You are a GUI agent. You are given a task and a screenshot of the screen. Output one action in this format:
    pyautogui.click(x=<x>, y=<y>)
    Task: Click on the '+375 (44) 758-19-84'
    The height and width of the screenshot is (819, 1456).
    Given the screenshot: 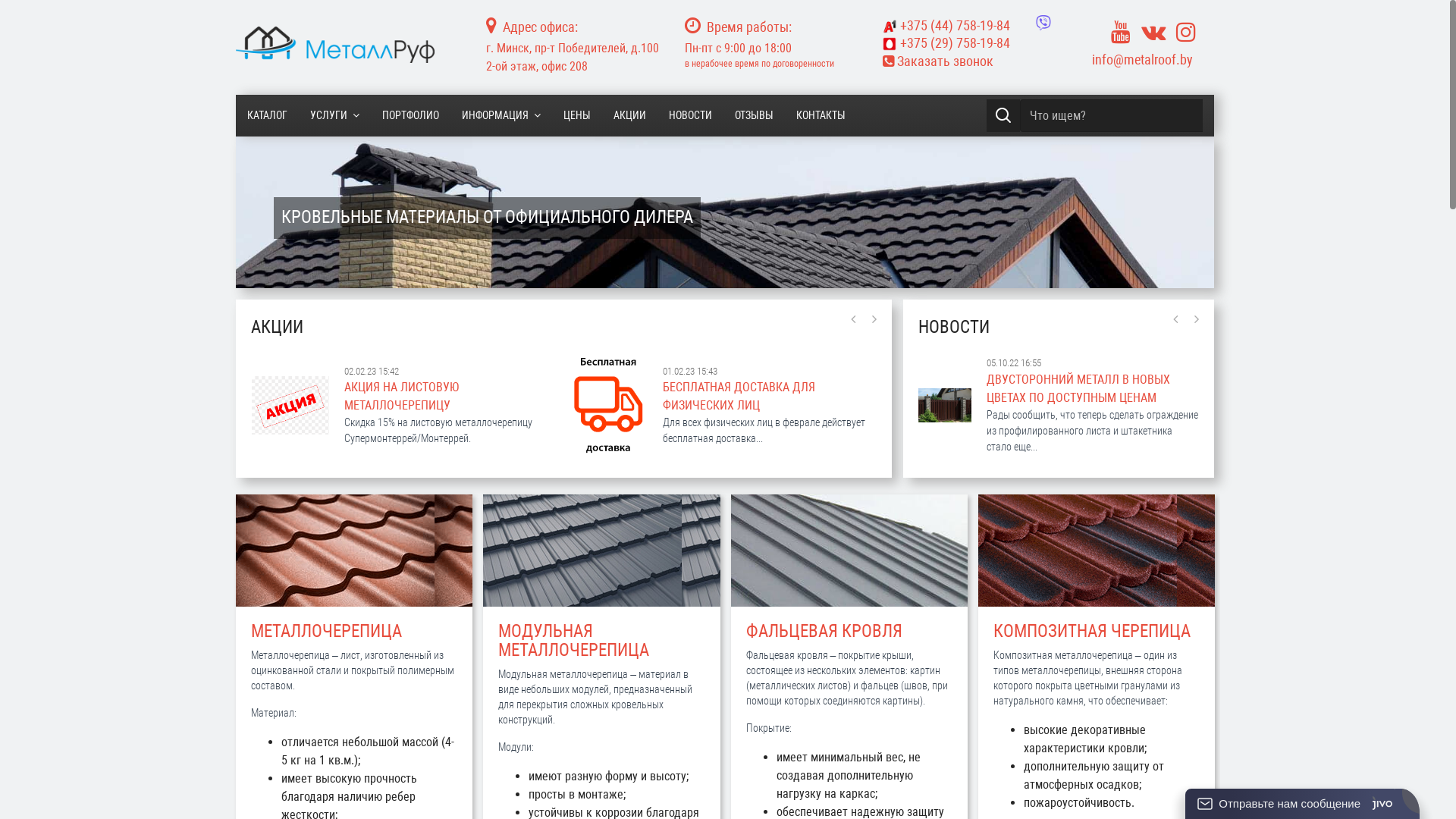 What is the action you would take?
    pyautogui.click(x=946, y=25)
    